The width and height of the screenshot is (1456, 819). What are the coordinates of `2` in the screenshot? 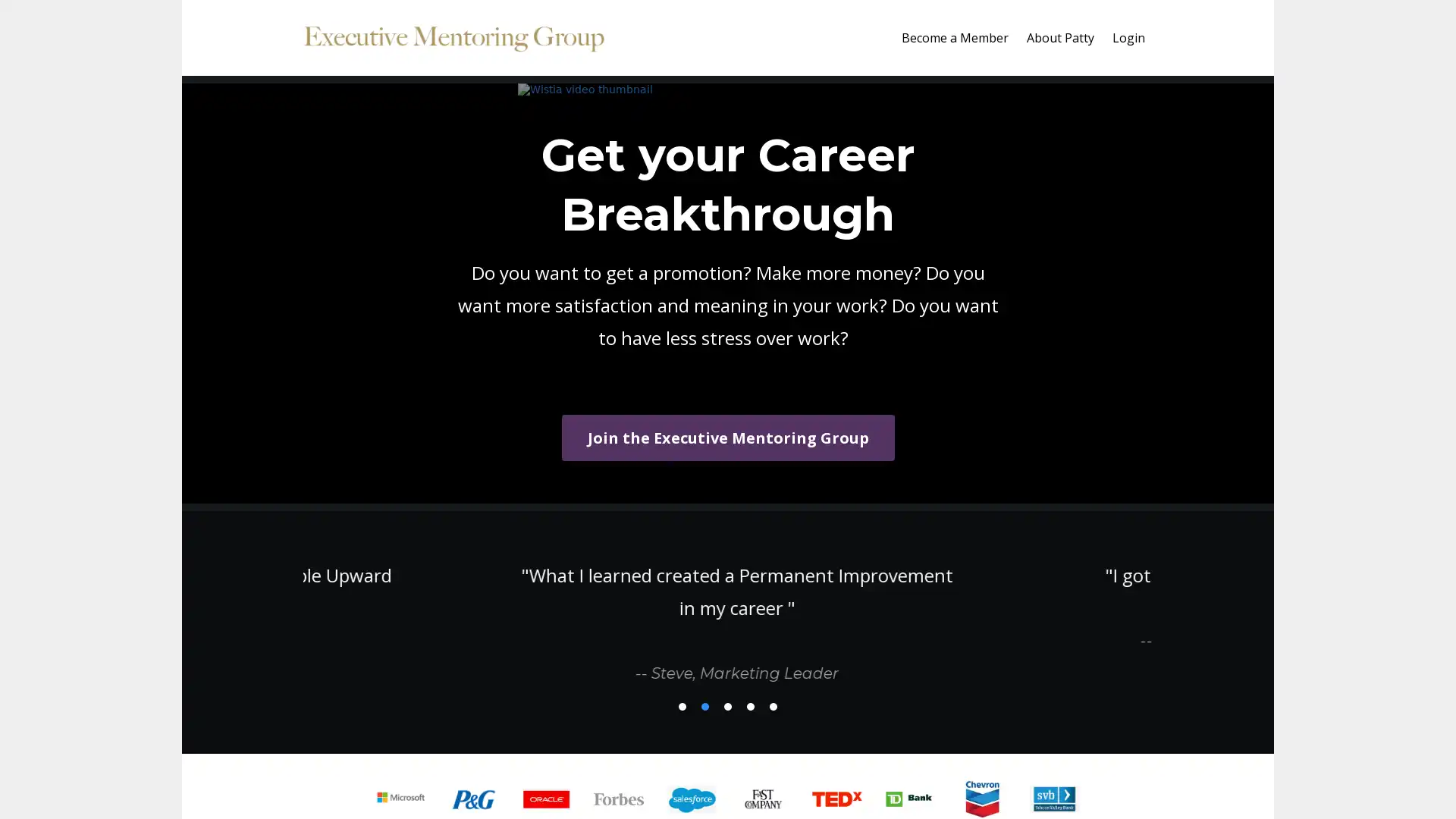 It's located at (704, 672).